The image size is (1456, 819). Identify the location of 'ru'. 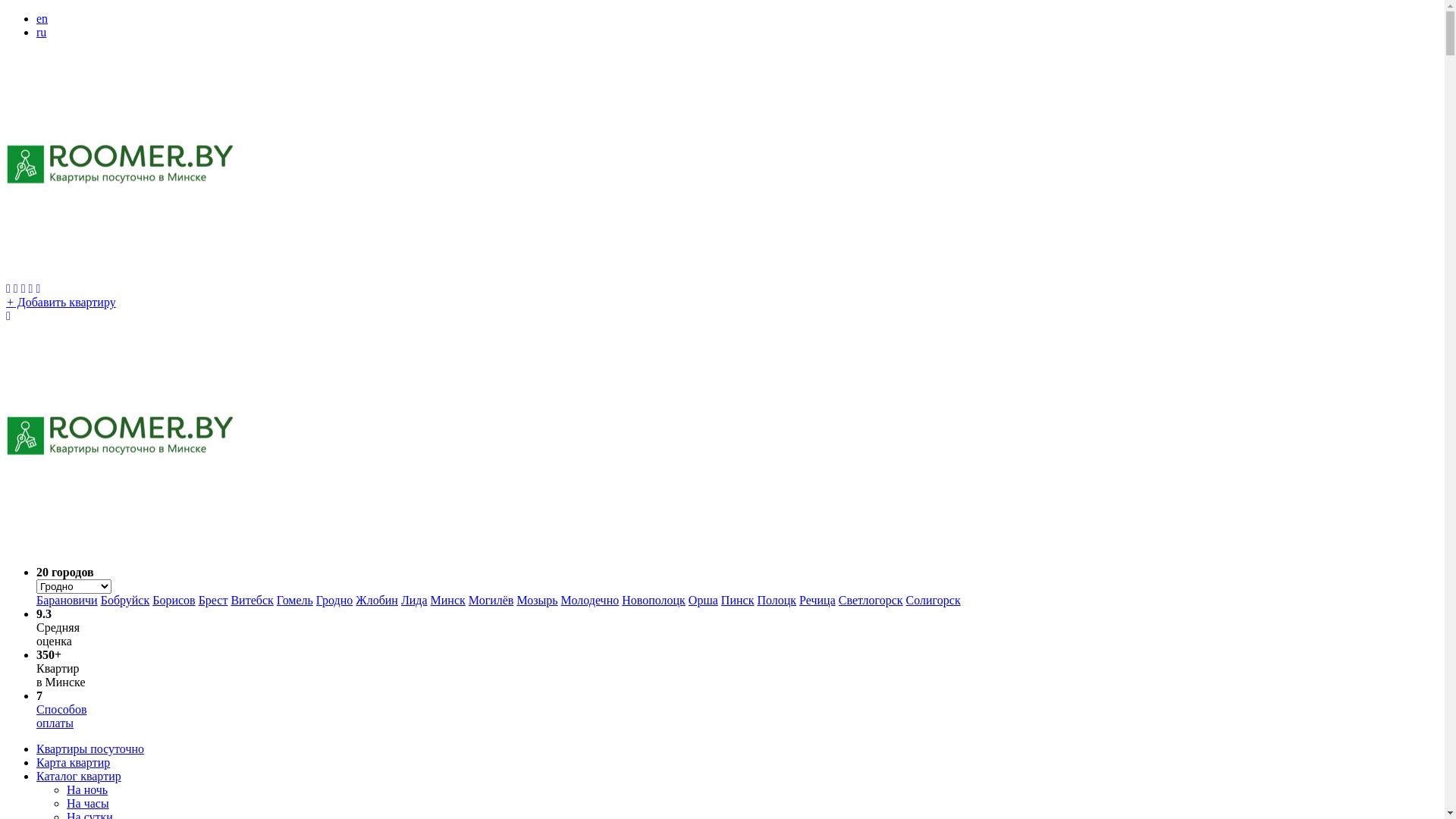
(41, 32).